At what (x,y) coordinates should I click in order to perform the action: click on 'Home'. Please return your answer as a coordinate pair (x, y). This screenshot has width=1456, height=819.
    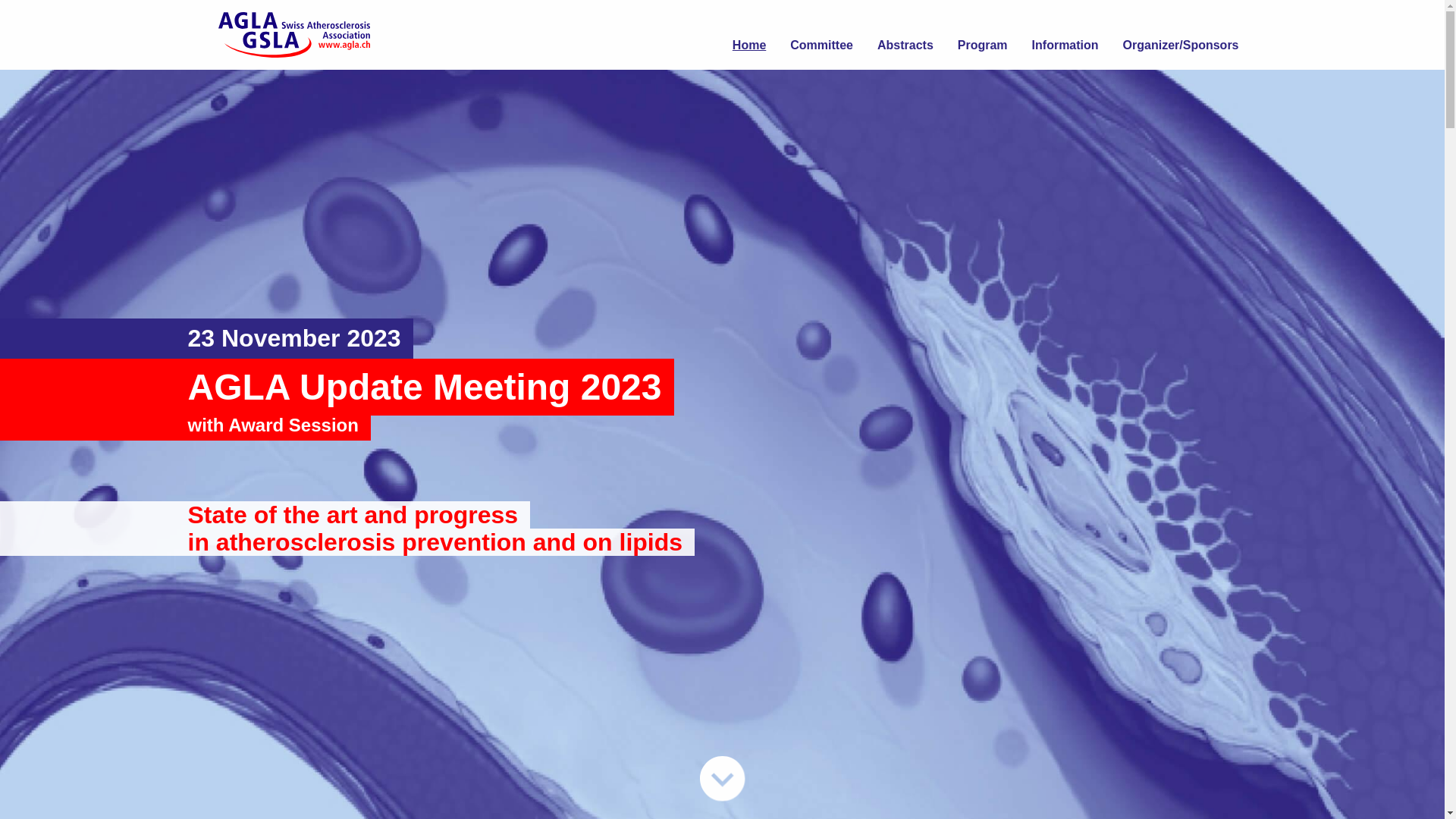
    Looking at the image, I should click on (749, 34).